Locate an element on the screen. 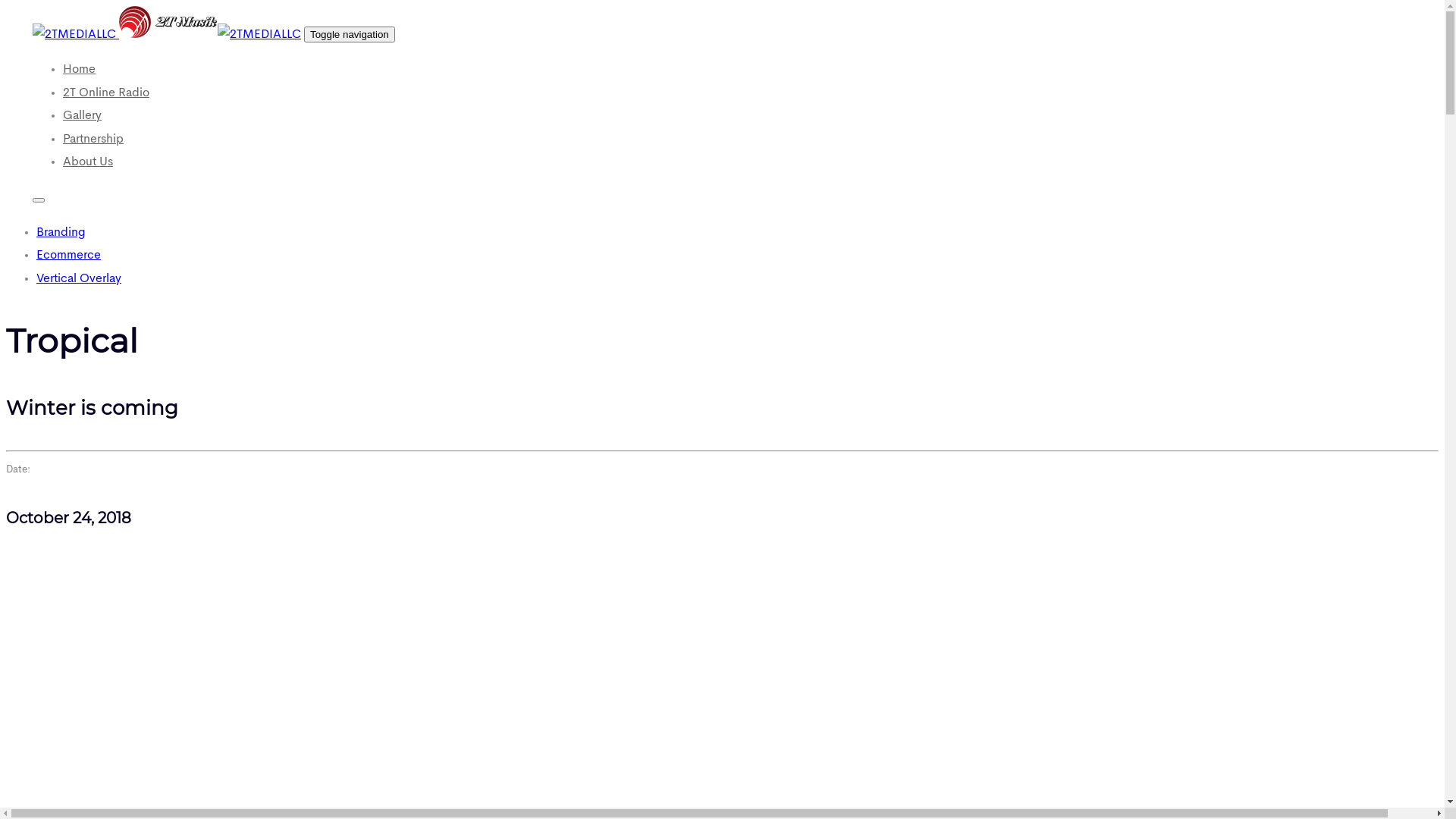  'About Us' is located at coordinates (86, 162).